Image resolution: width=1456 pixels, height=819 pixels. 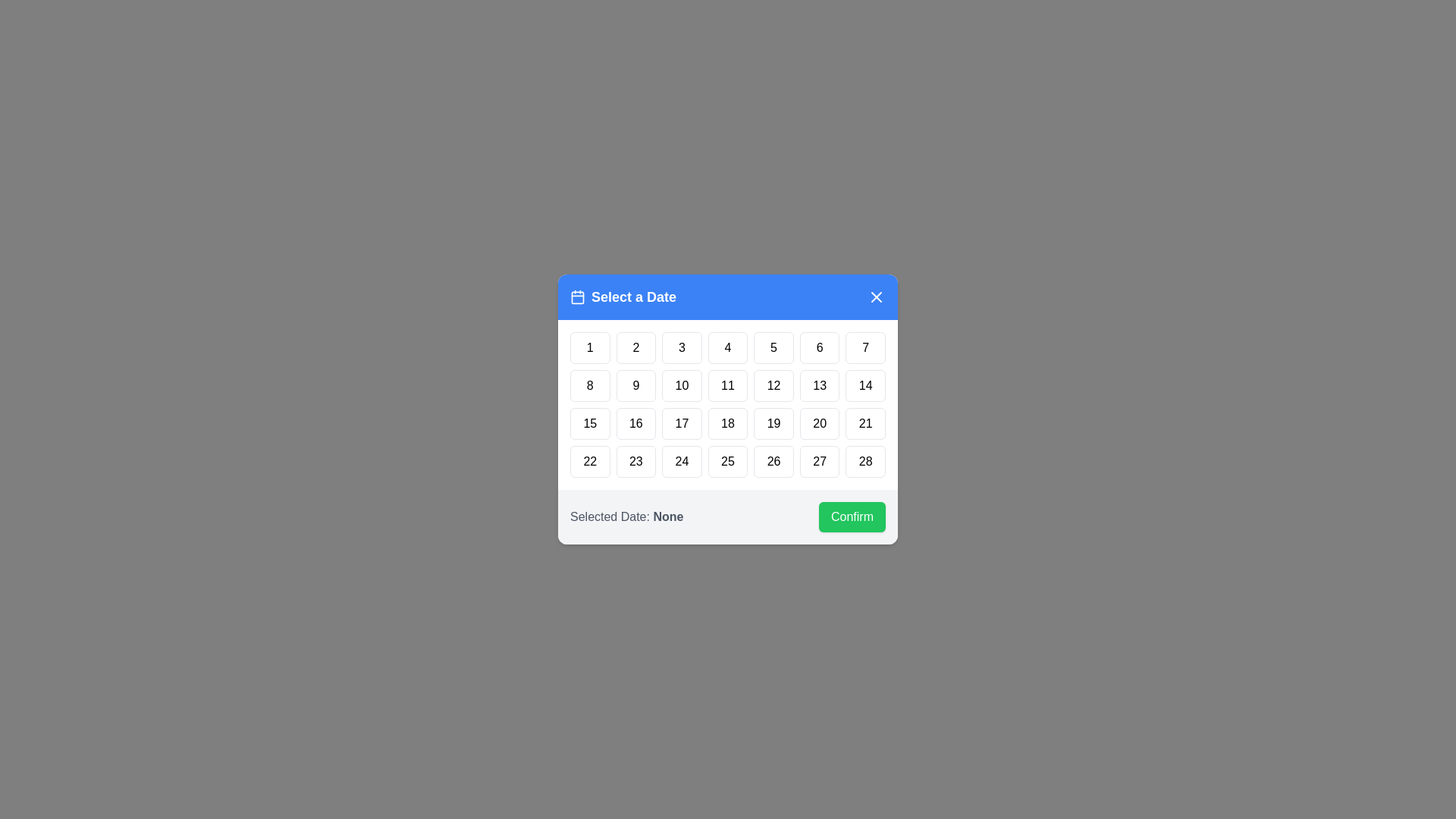 I want to click on the day button labeled 6 to highlight it, so click(x=818, y=348).